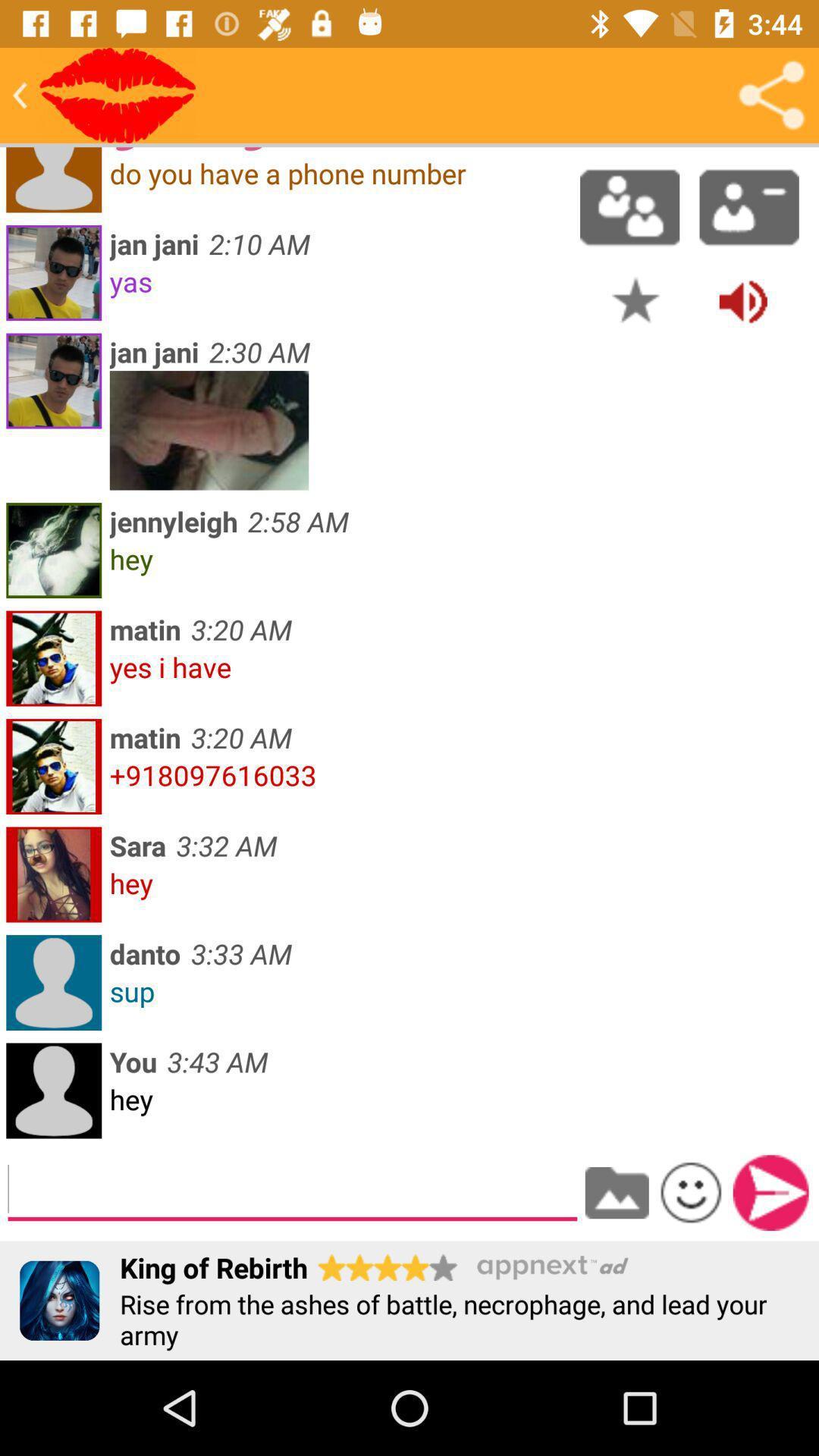 The width and height of the screenshot is (819, 1456). I want to click on here, so click(117, 94).